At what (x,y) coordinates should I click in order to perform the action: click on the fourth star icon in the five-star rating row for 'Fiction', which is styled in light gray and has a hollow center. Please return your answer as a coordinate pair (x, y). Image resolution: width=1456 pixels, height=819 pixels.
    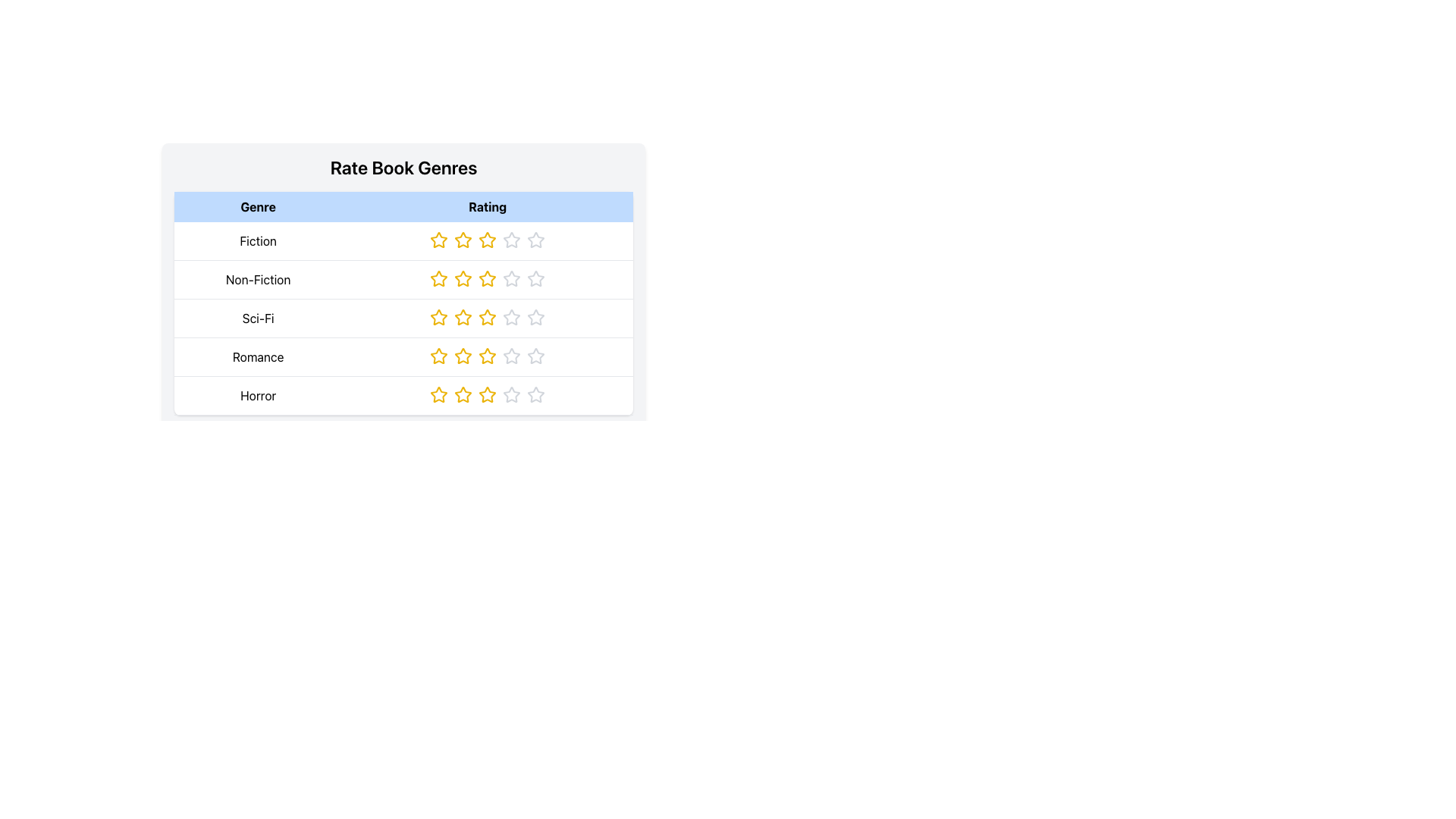
    Looking at the image, I should click on (512, 239).